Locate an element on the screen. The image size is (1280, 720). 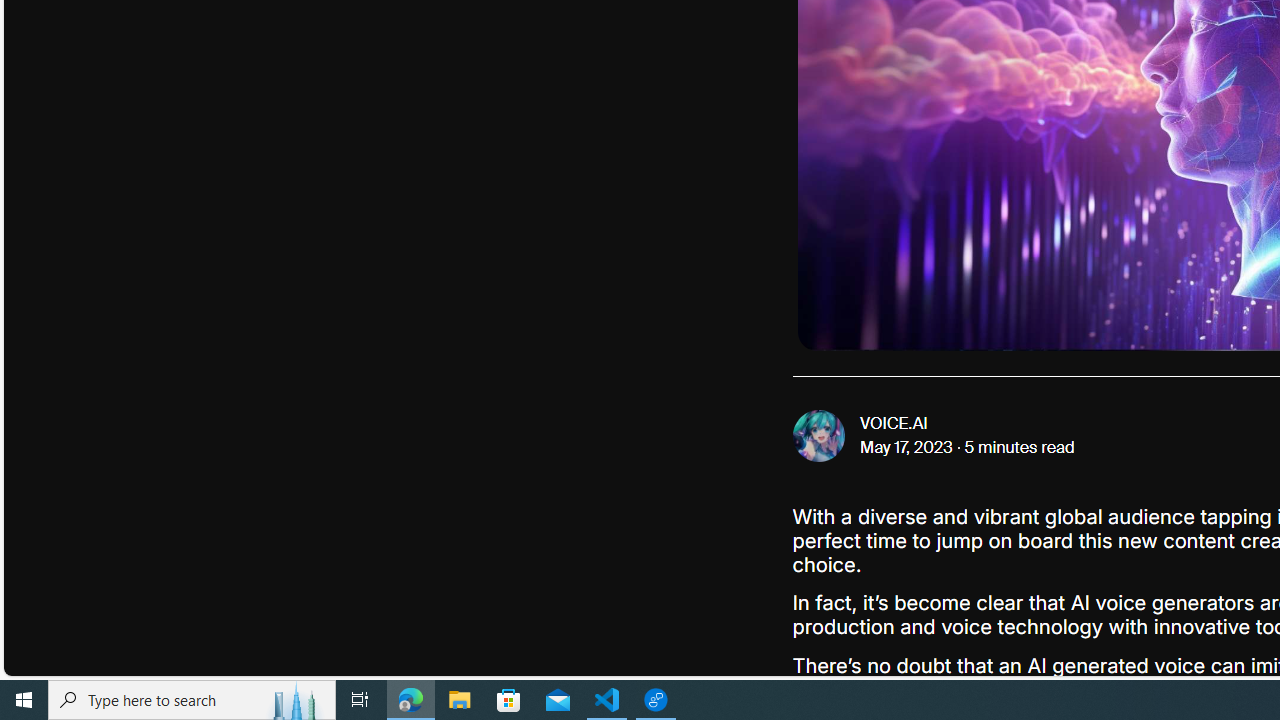
'VOICE.AI' is located at coordinates (893, 423).